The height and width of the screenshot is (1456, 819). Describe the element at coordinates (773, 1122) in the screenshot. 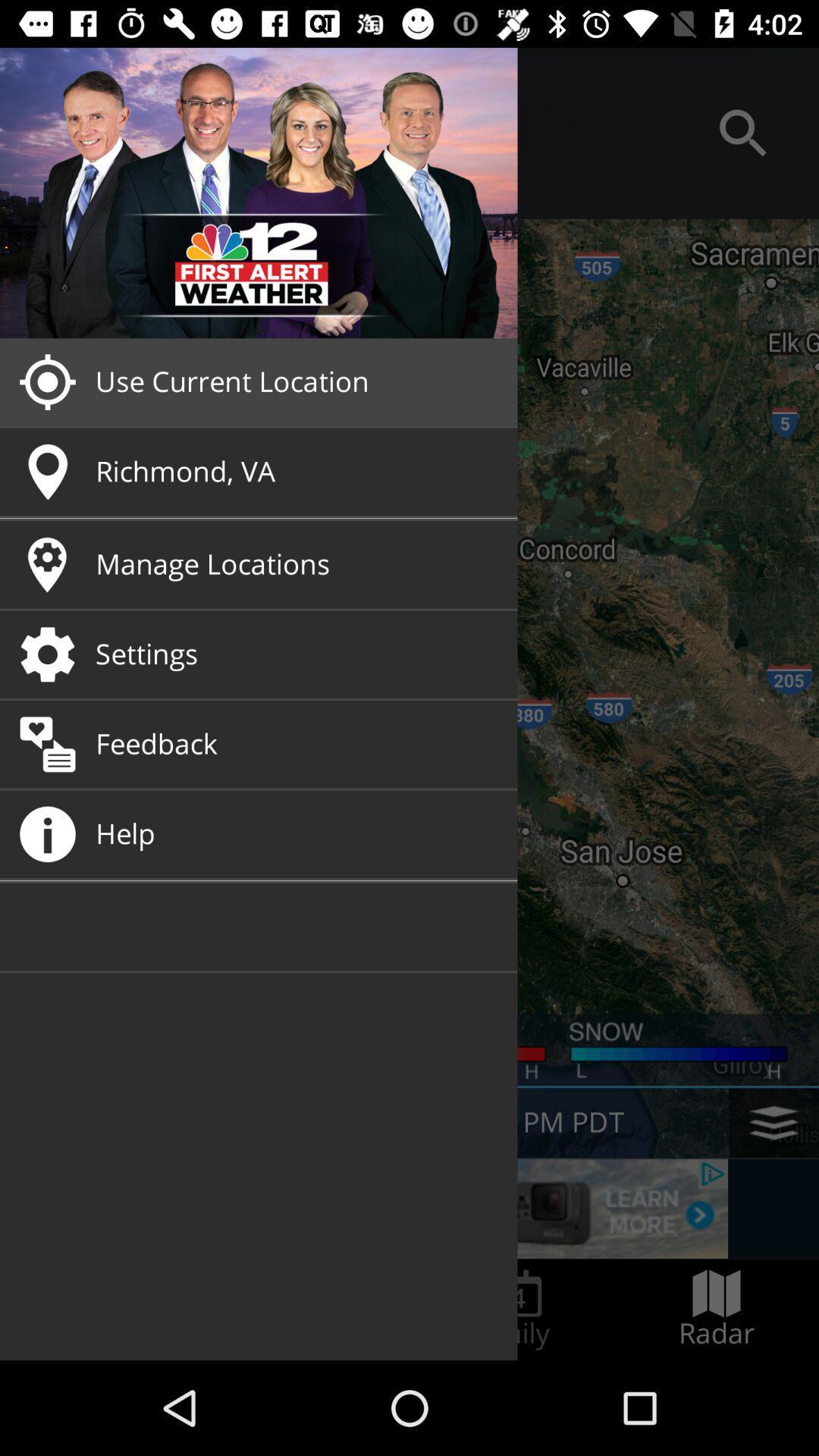

I see `the layers icon` at that location.